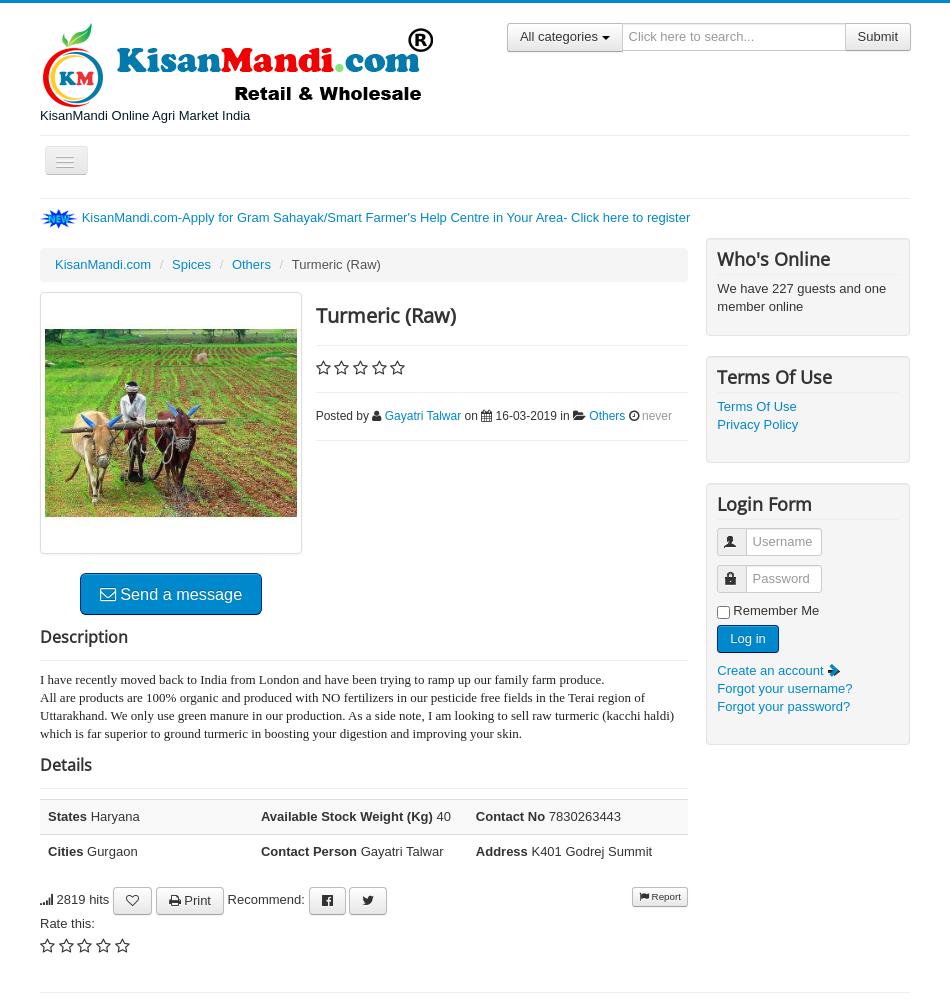 The image size is (950, 1000). Describe the element at coordinates (39, 636) in the screenshot. I see `'Description'` at that location.